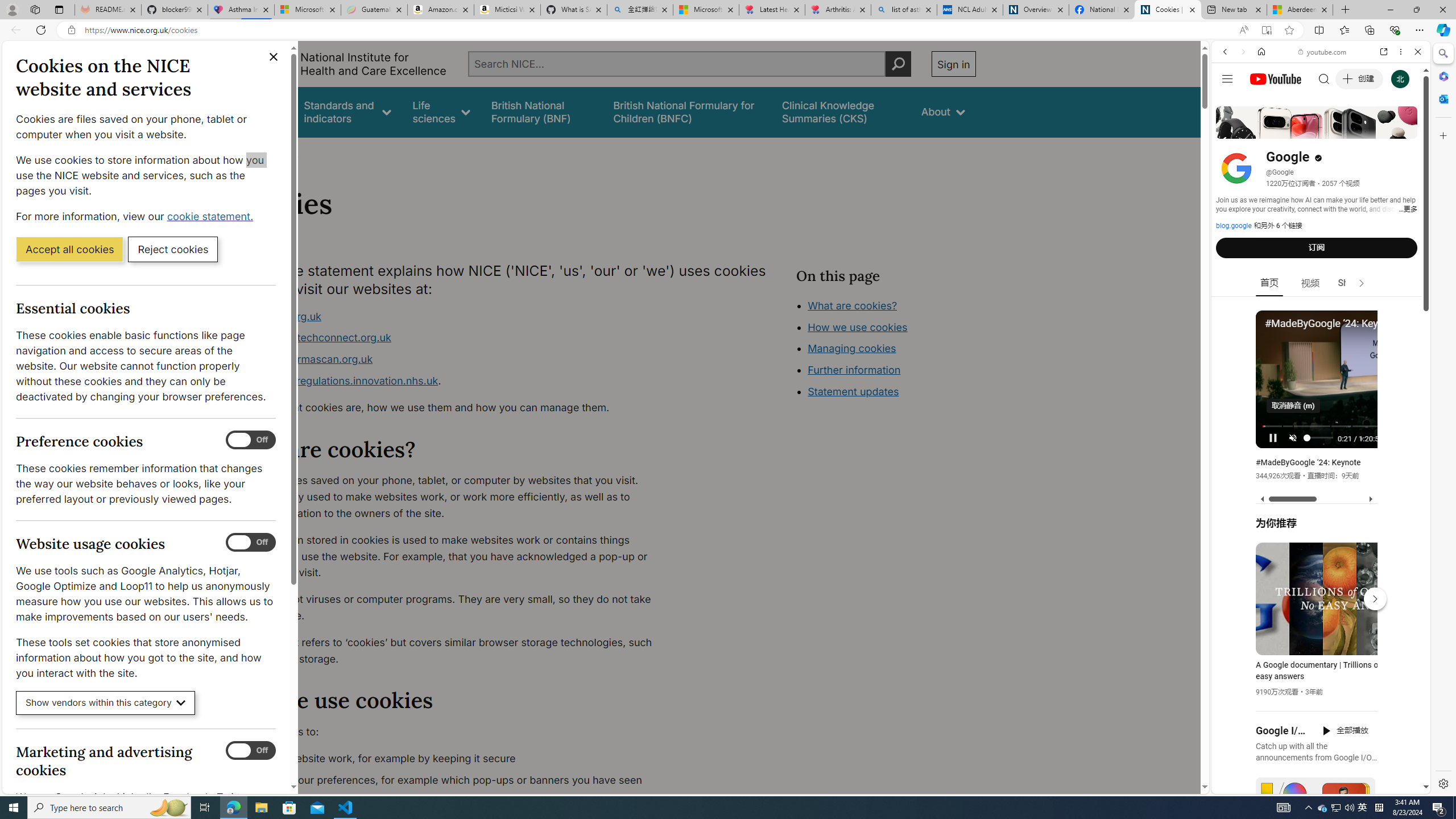 The height and width of the screenshot is (819, 1456). Describe the element at coordinates (1168, 9) in the screenshot. I see `'Cookies | About | NICE'` at that location.